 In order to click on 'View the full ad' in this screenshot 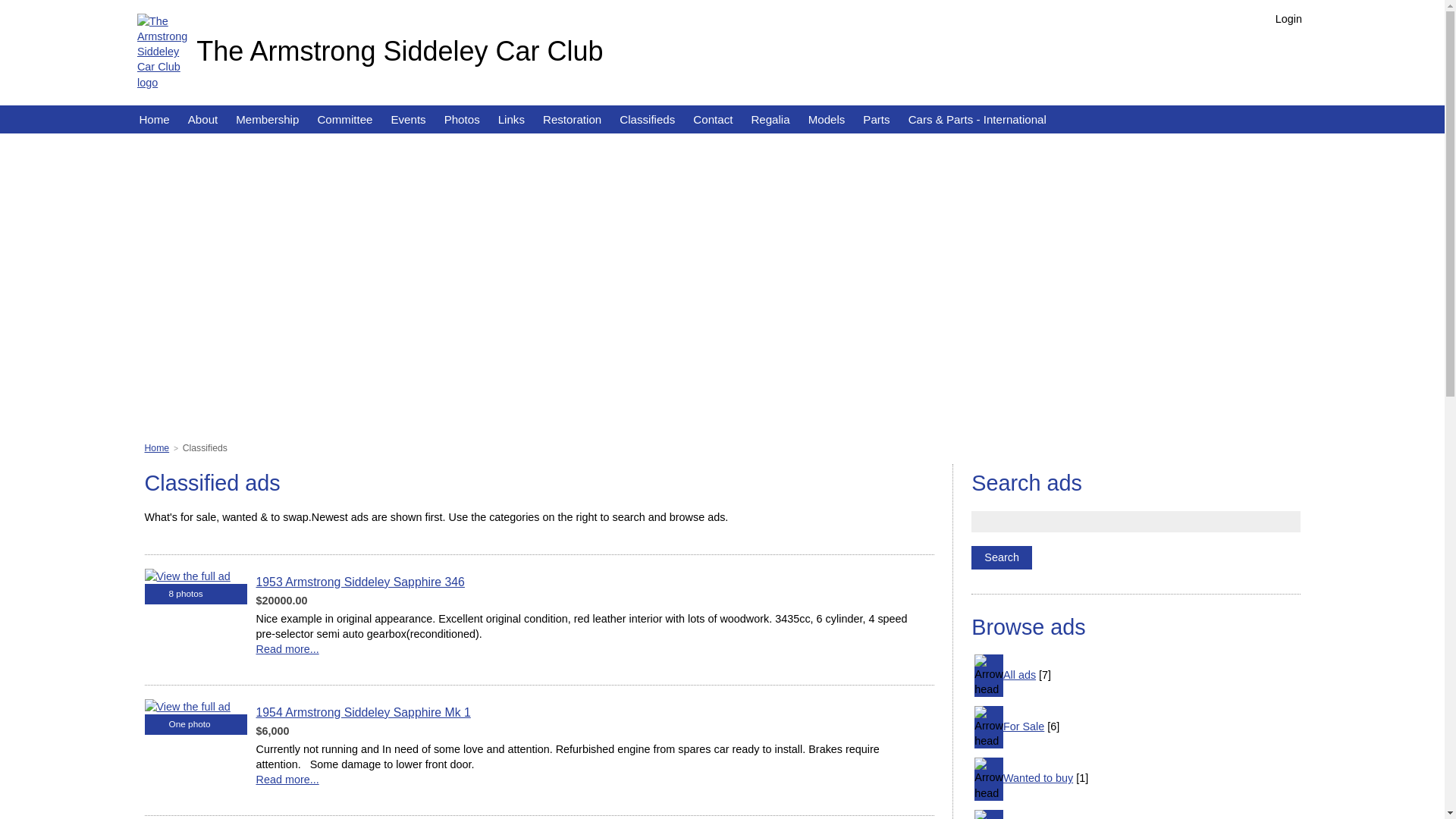, I will do `click(186, 576)`.